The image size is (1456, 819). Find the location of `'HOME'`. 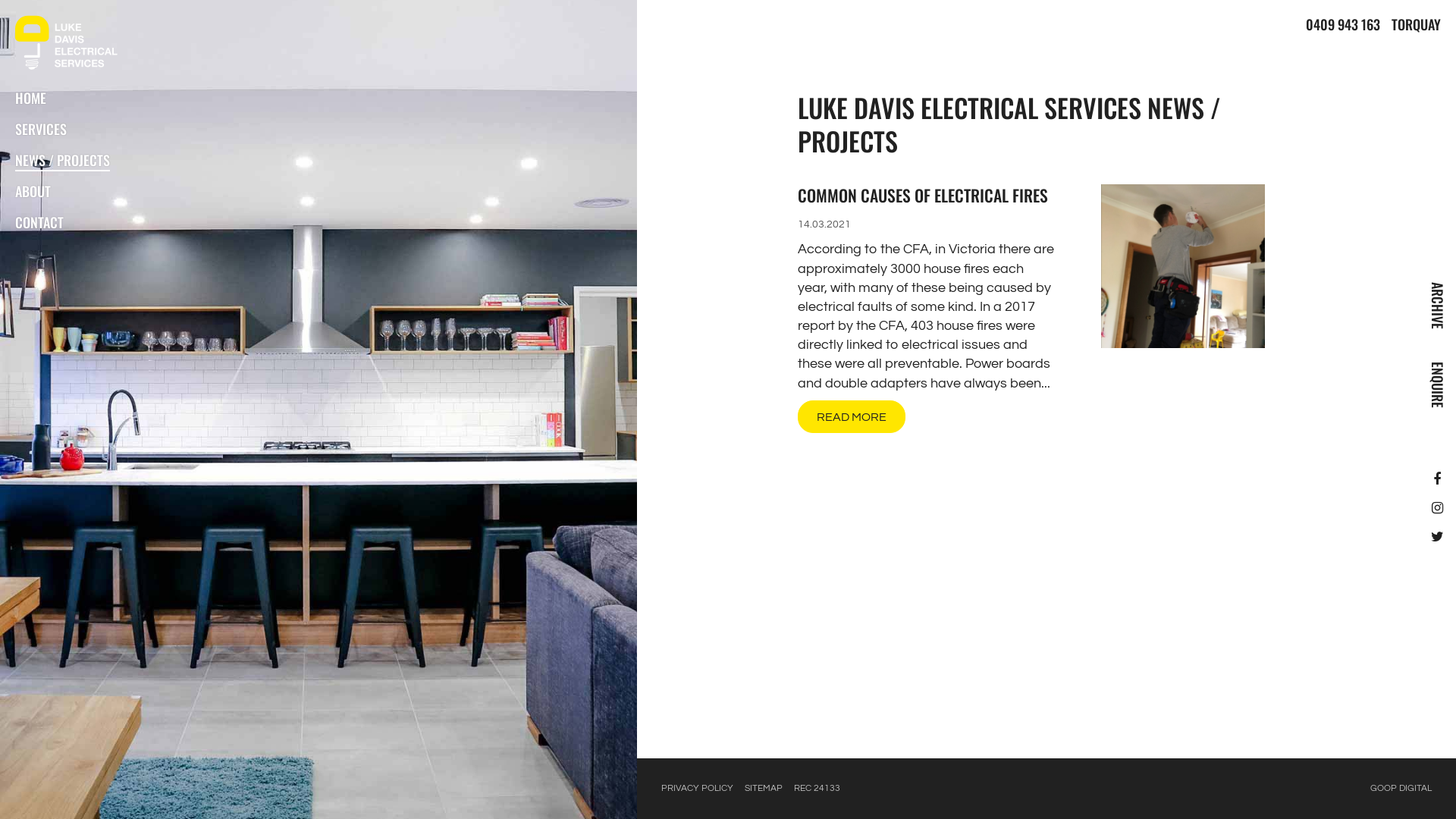

'HOME' is located at coordinates (30, 99).